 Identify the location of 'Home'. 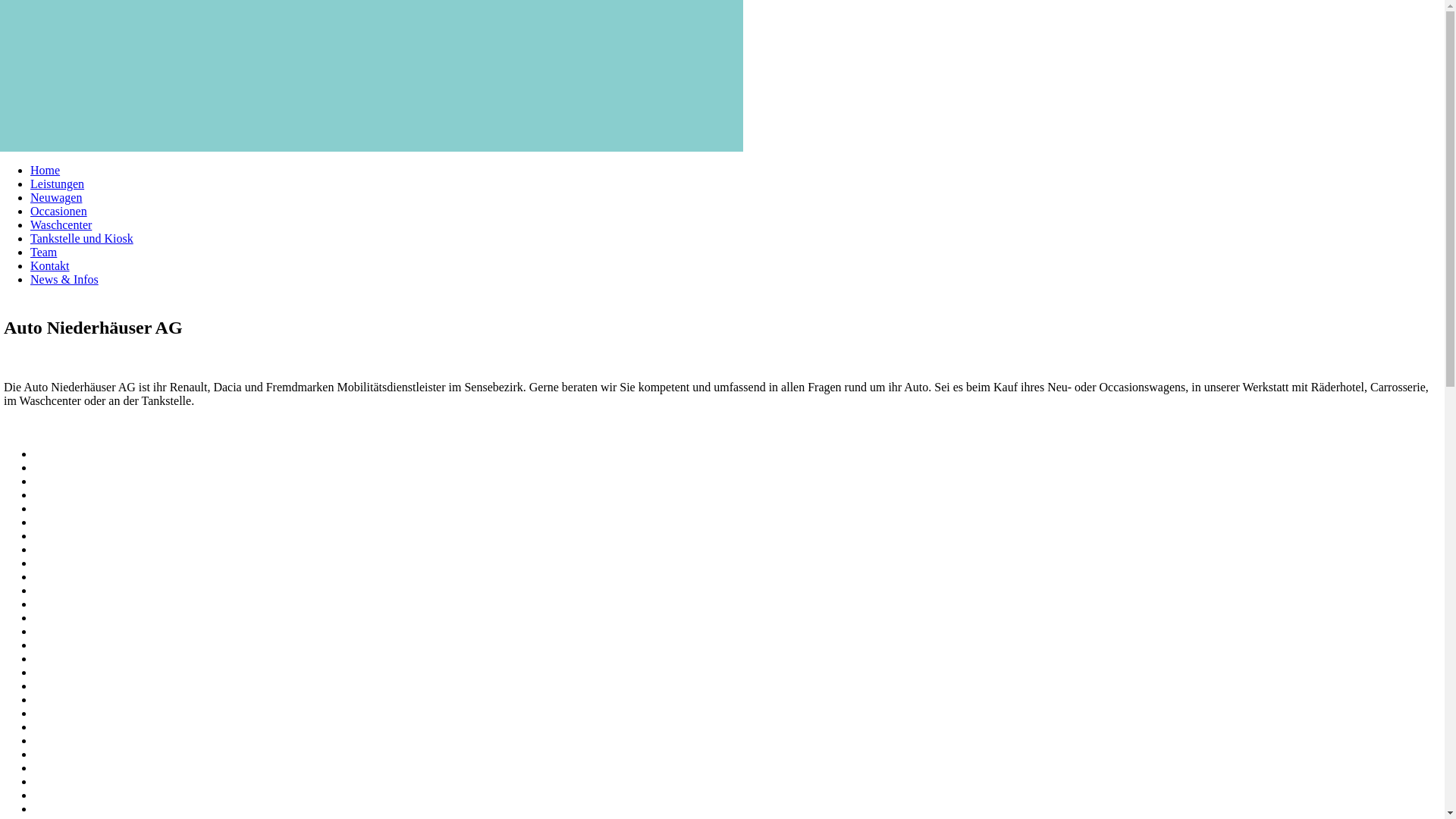
(45, 170).